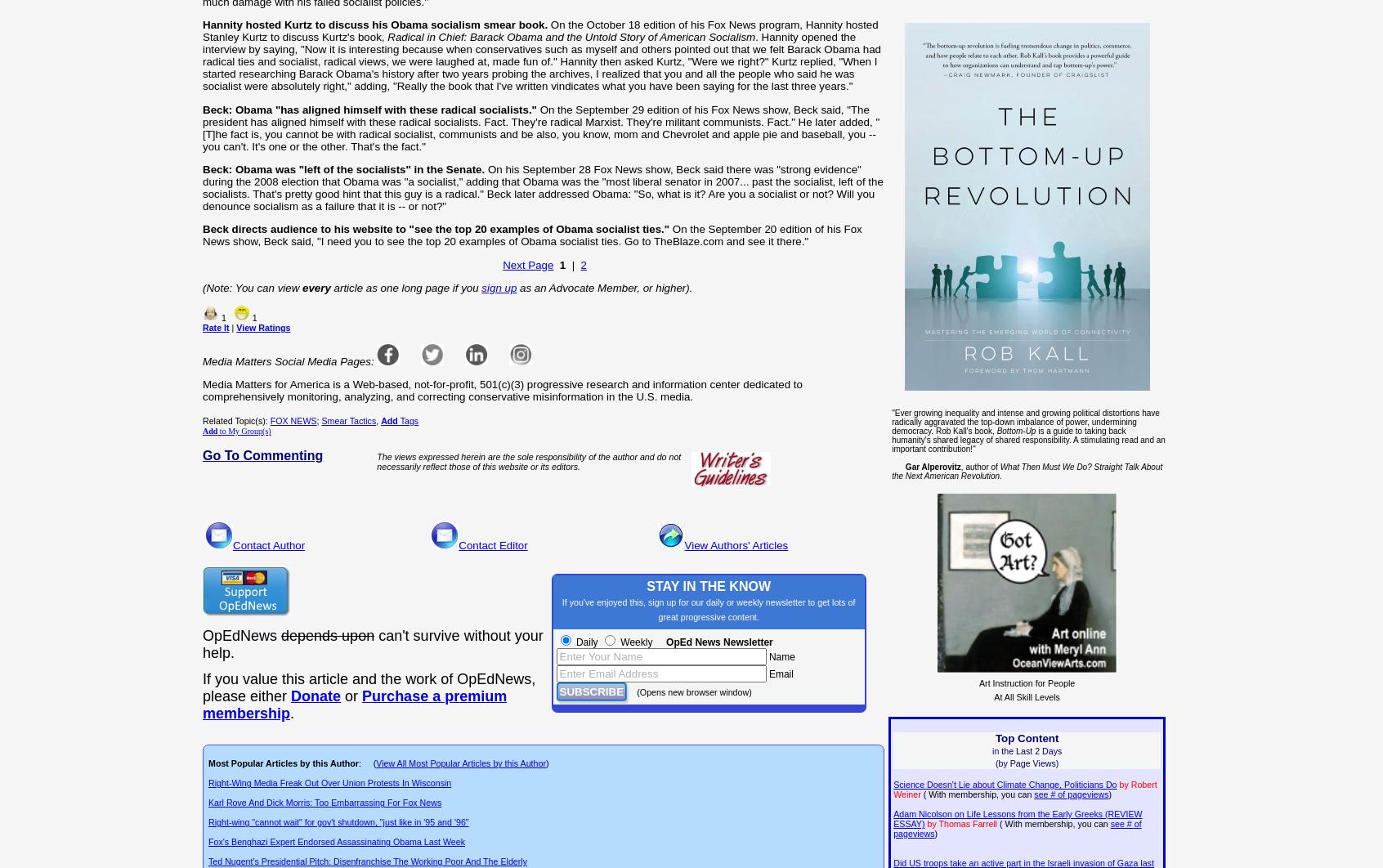  Describe the element at coordinates (316, 287) in the screenshot. I see `'every'` at that location.